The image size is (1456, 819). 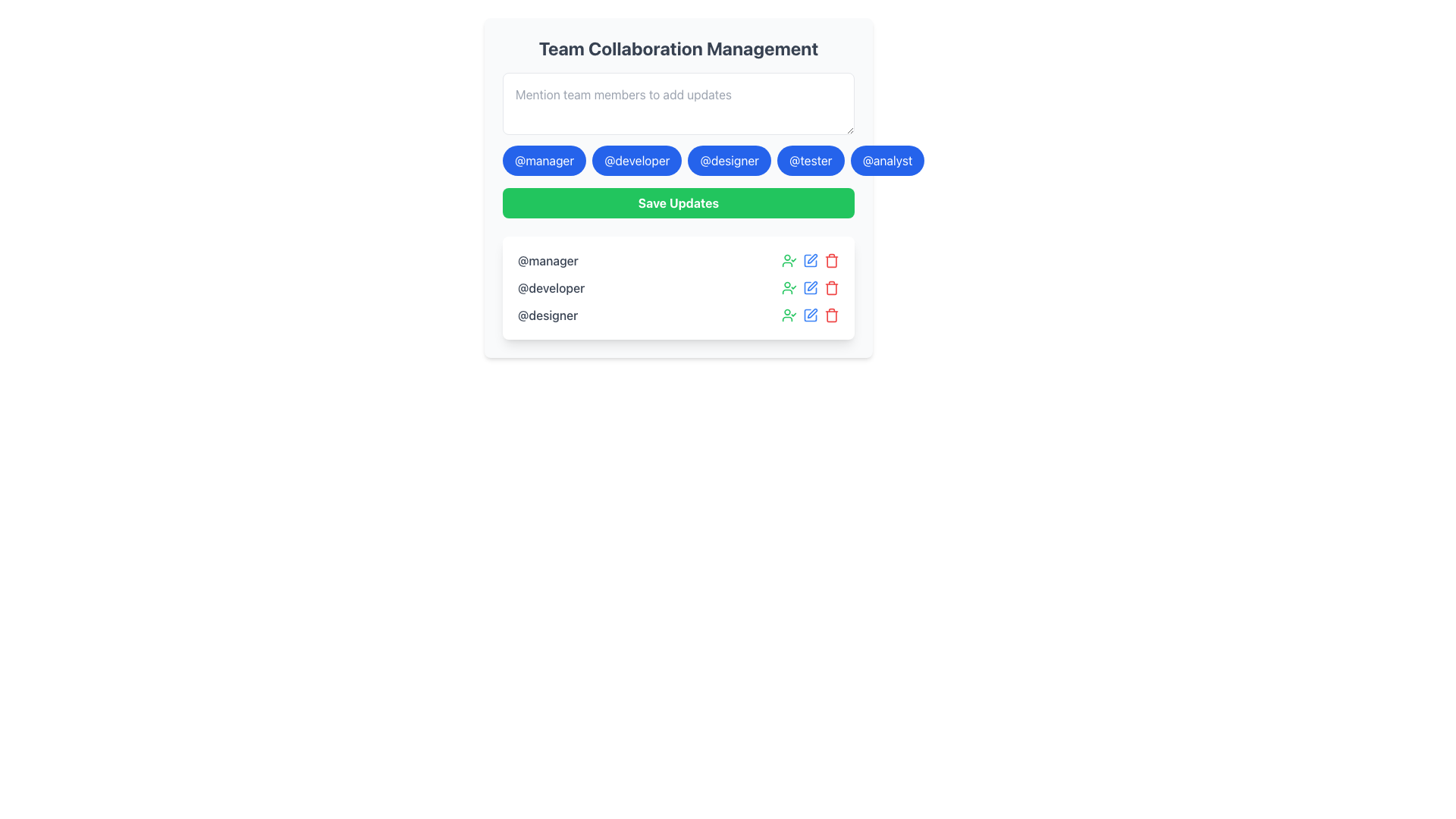 I want to click on the blue square button with a pen icon in the middle of three icons, so click(x=810, y=288).